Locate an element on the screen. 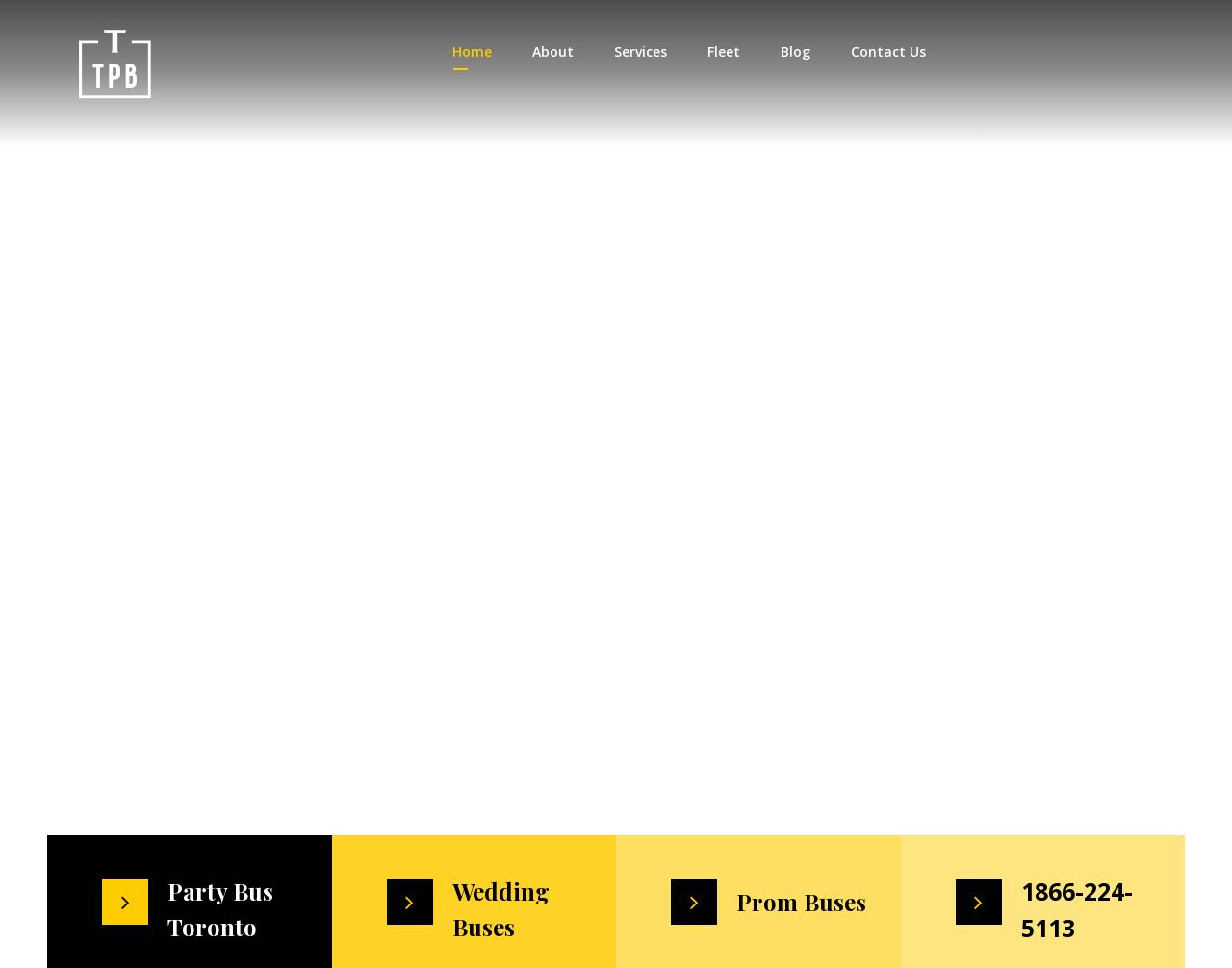  'Home' is located at coordinates (471, 51).